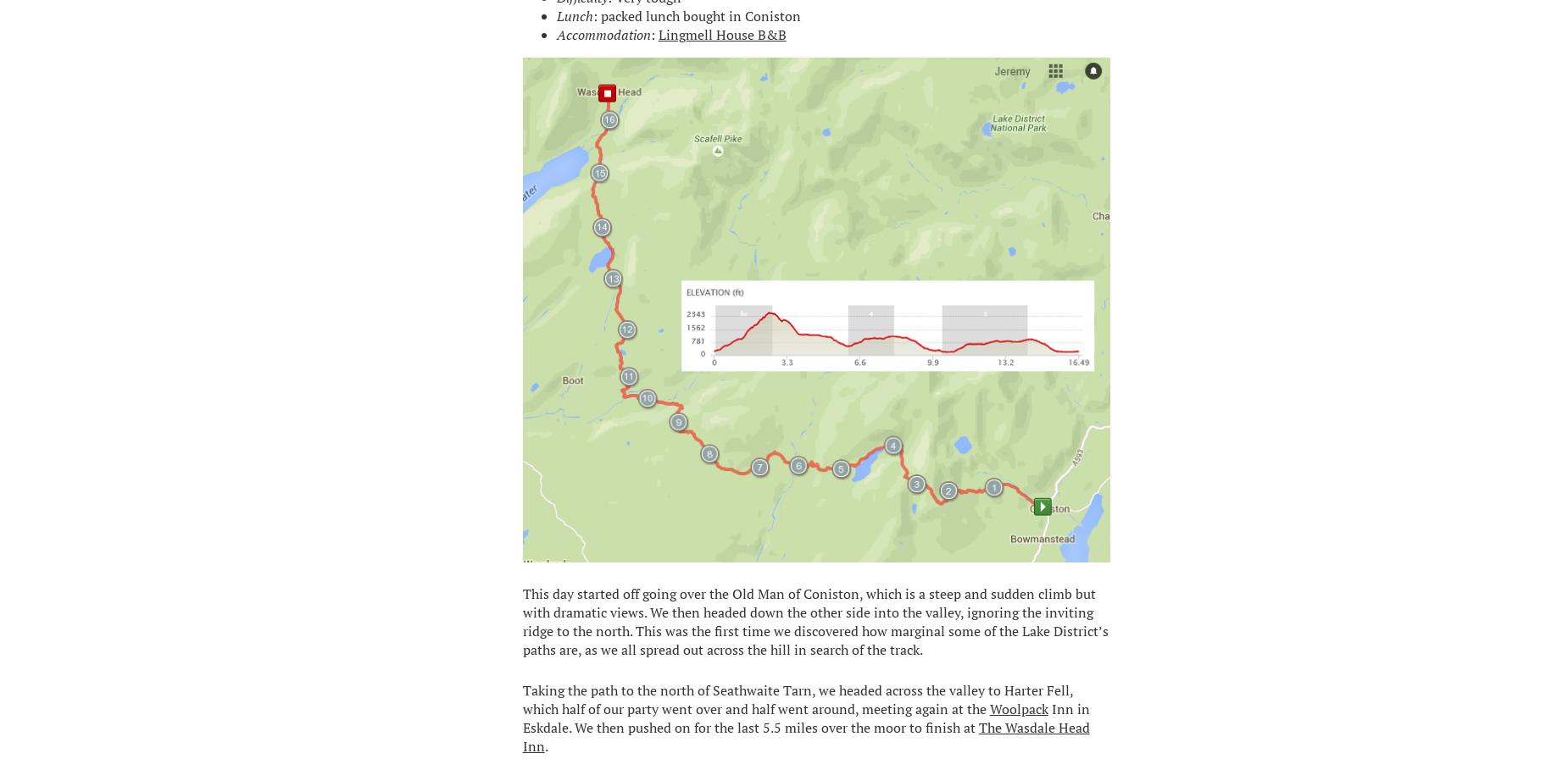  I want to click on 'Lingmell House B&B', so click(721, 33).